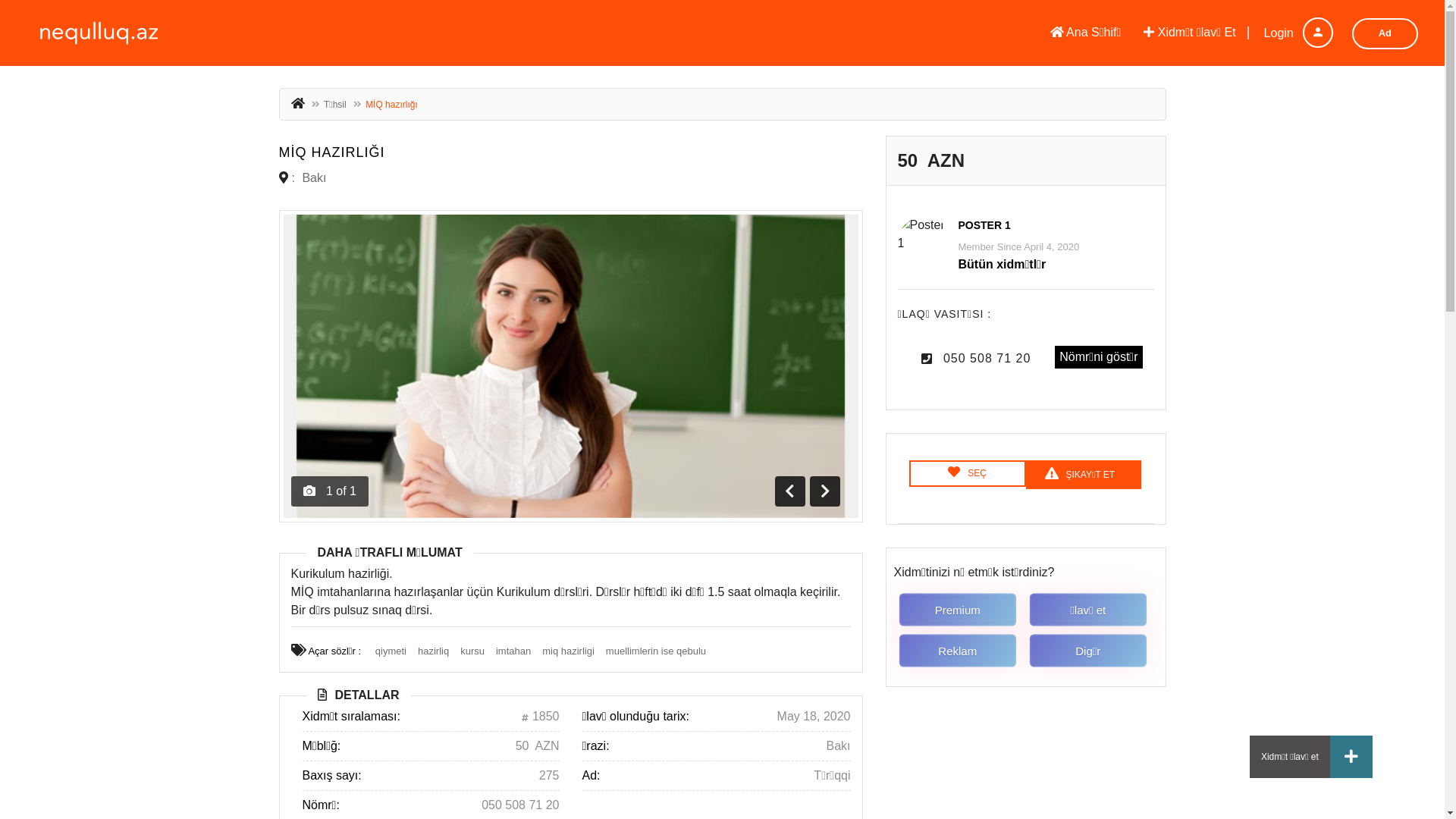  I want to click on 'Reklam', so click(960, 651).